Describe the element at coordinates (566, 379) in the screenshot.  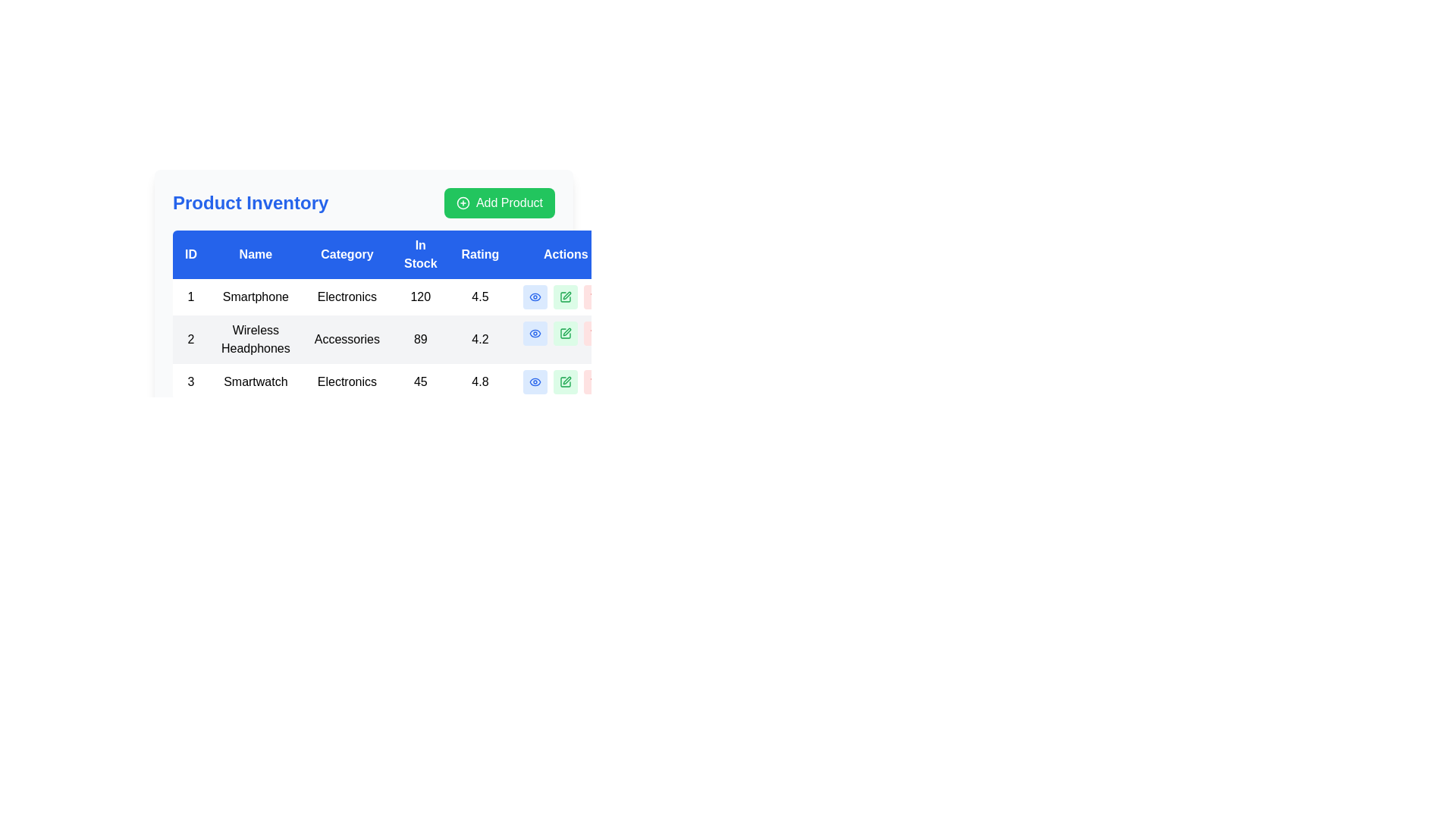
I see `the pen-like icon in the 'Actions' column of the third row of the 'Product Inventory' table` at that location.